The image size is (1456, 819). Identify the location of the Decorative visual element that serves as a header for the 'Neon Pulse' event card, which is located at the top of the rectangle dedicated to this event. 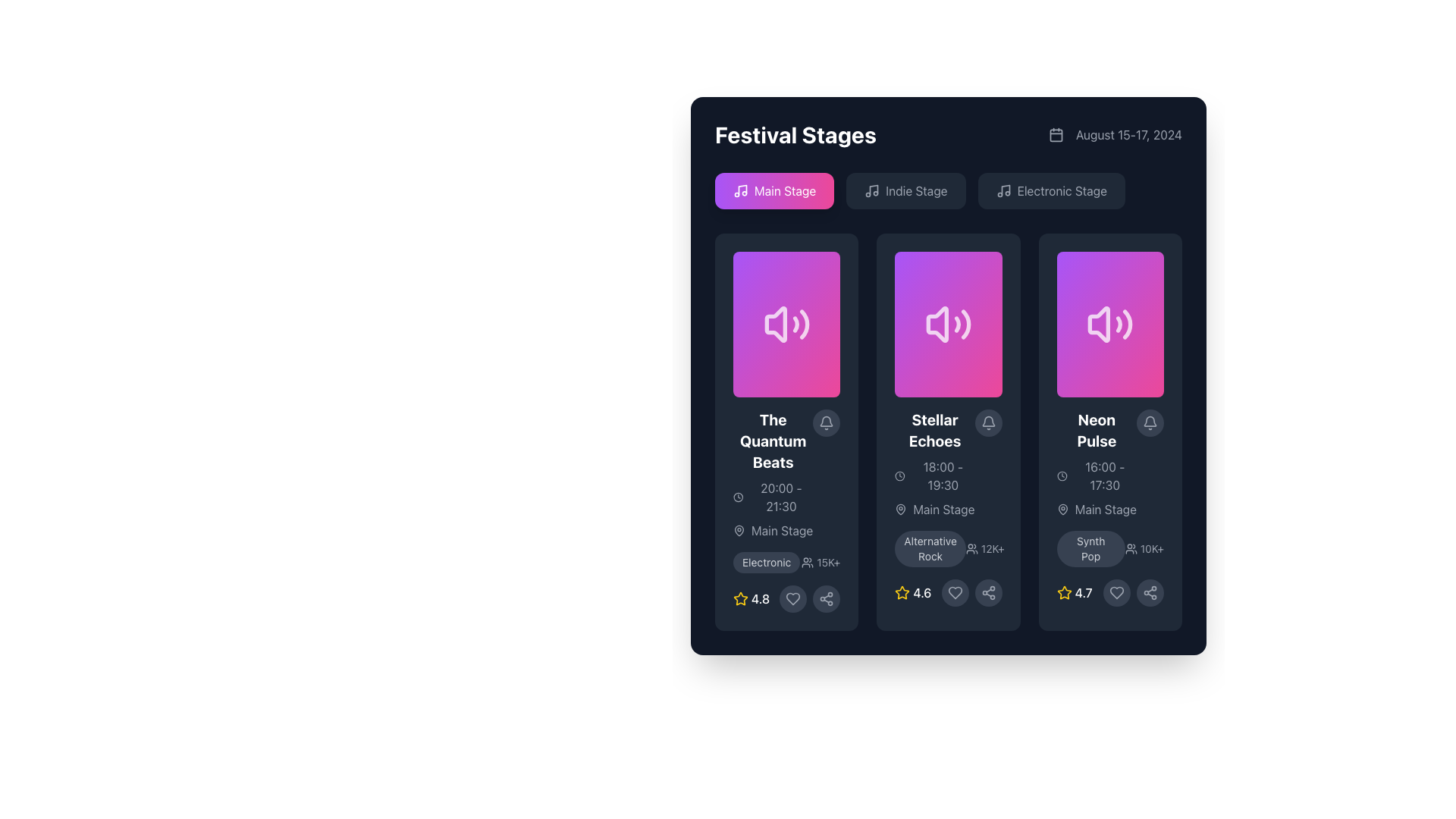
(1110, 324).